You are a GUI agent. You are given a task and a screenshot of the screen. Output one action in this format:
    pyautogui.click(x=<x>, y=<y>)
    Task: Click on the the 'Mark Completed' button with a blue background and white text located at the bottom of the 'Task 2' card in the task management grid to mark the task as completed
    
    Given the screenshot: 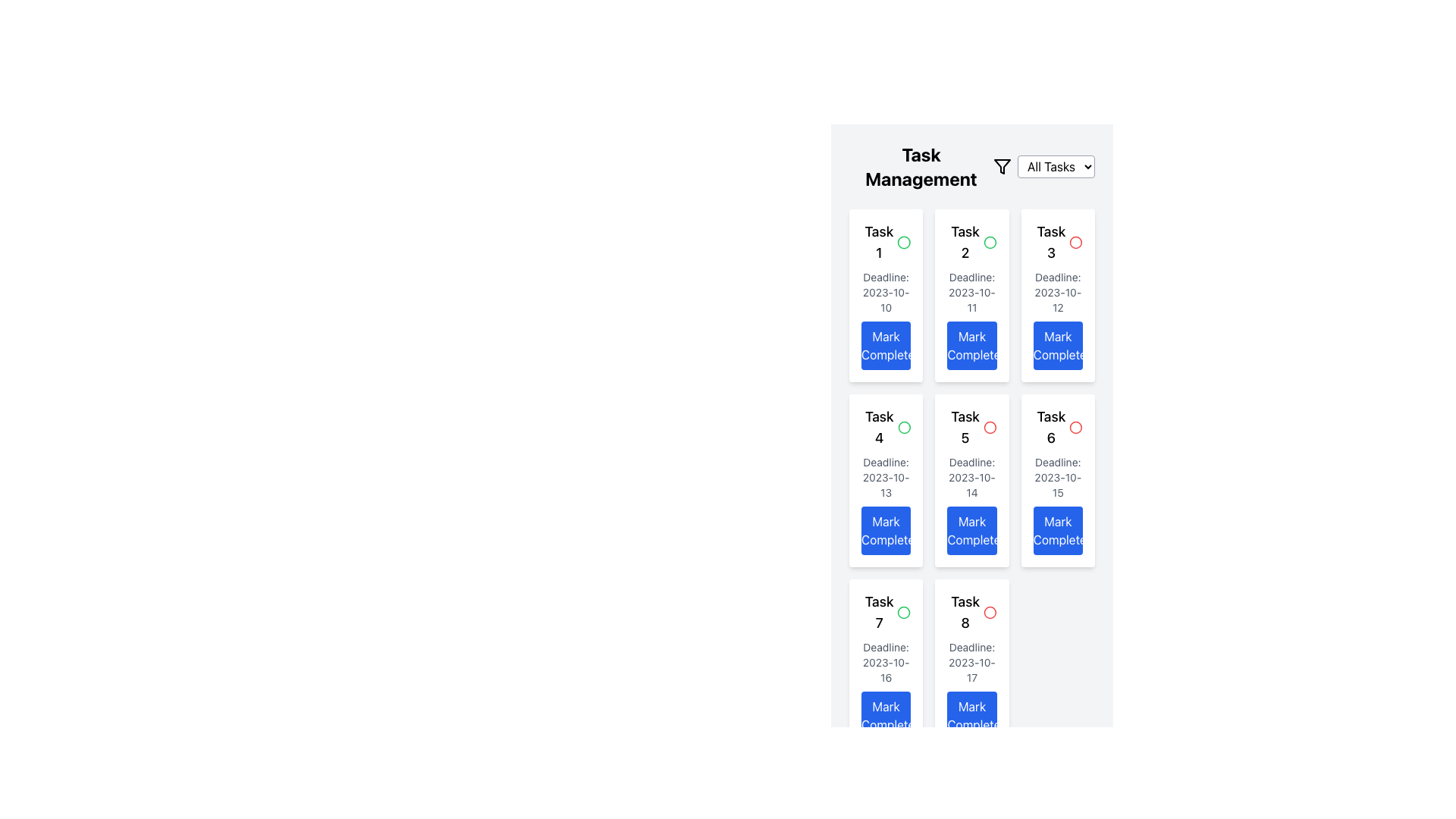 What is the action you would take?
    pyautogui.click(x=971, y=345)
    